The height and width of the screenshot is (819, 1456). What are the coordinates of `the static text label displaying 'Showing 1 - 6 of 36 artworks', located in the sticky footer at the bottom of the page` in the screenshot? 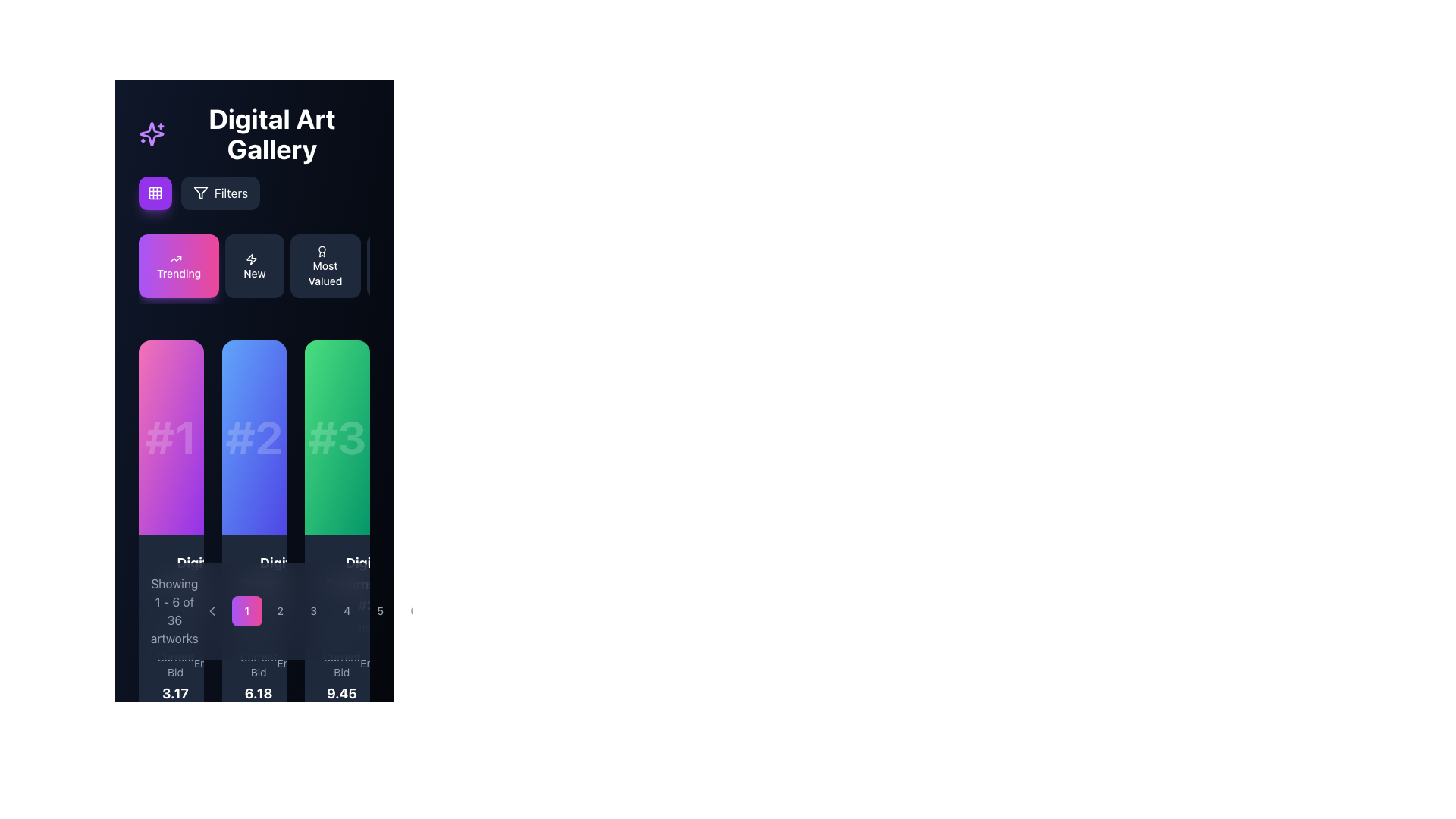 It's located at (174, 610).